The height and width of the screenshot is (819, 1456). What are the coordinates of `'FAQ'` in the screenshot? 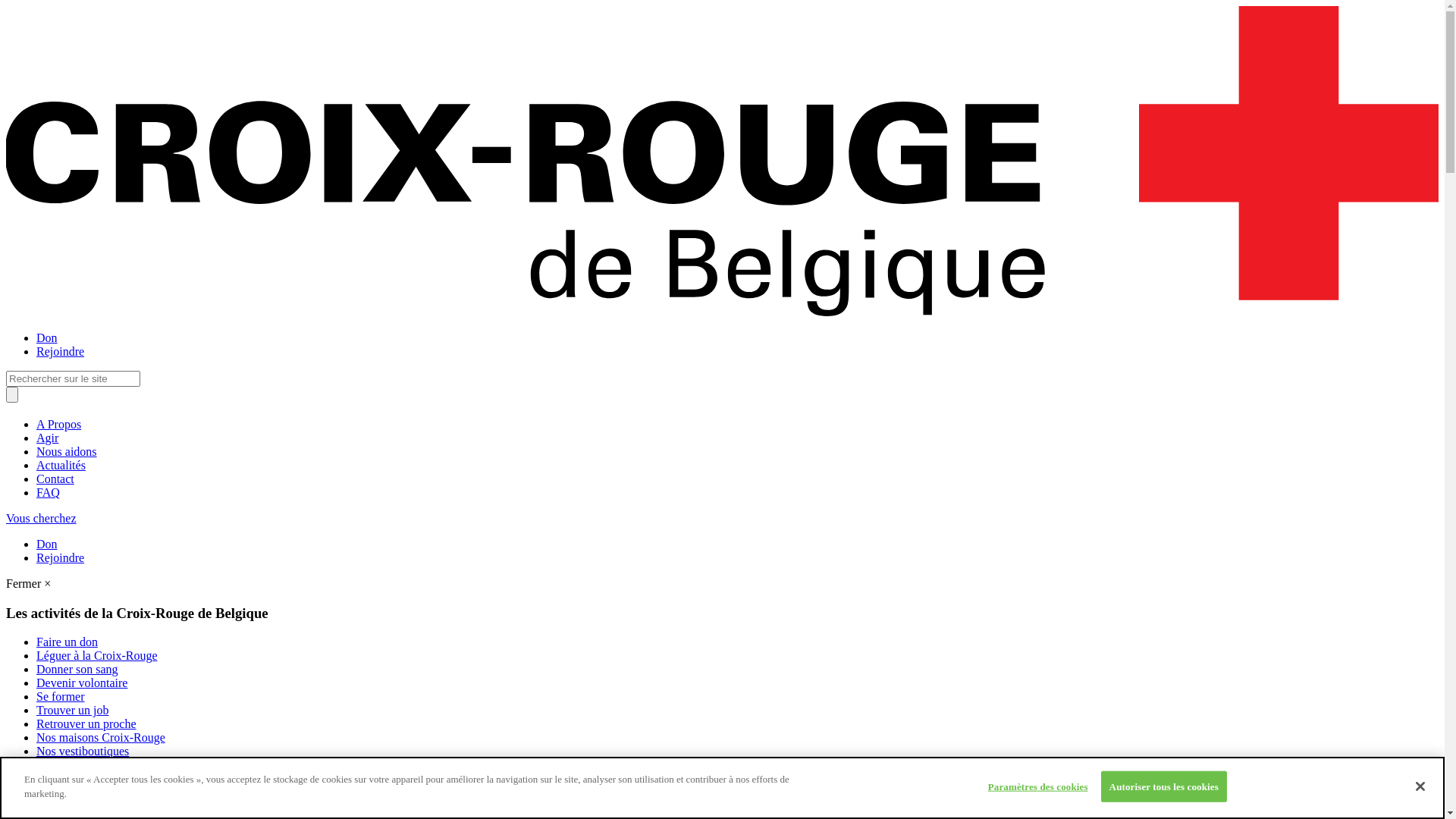 It's located at (48, 492).